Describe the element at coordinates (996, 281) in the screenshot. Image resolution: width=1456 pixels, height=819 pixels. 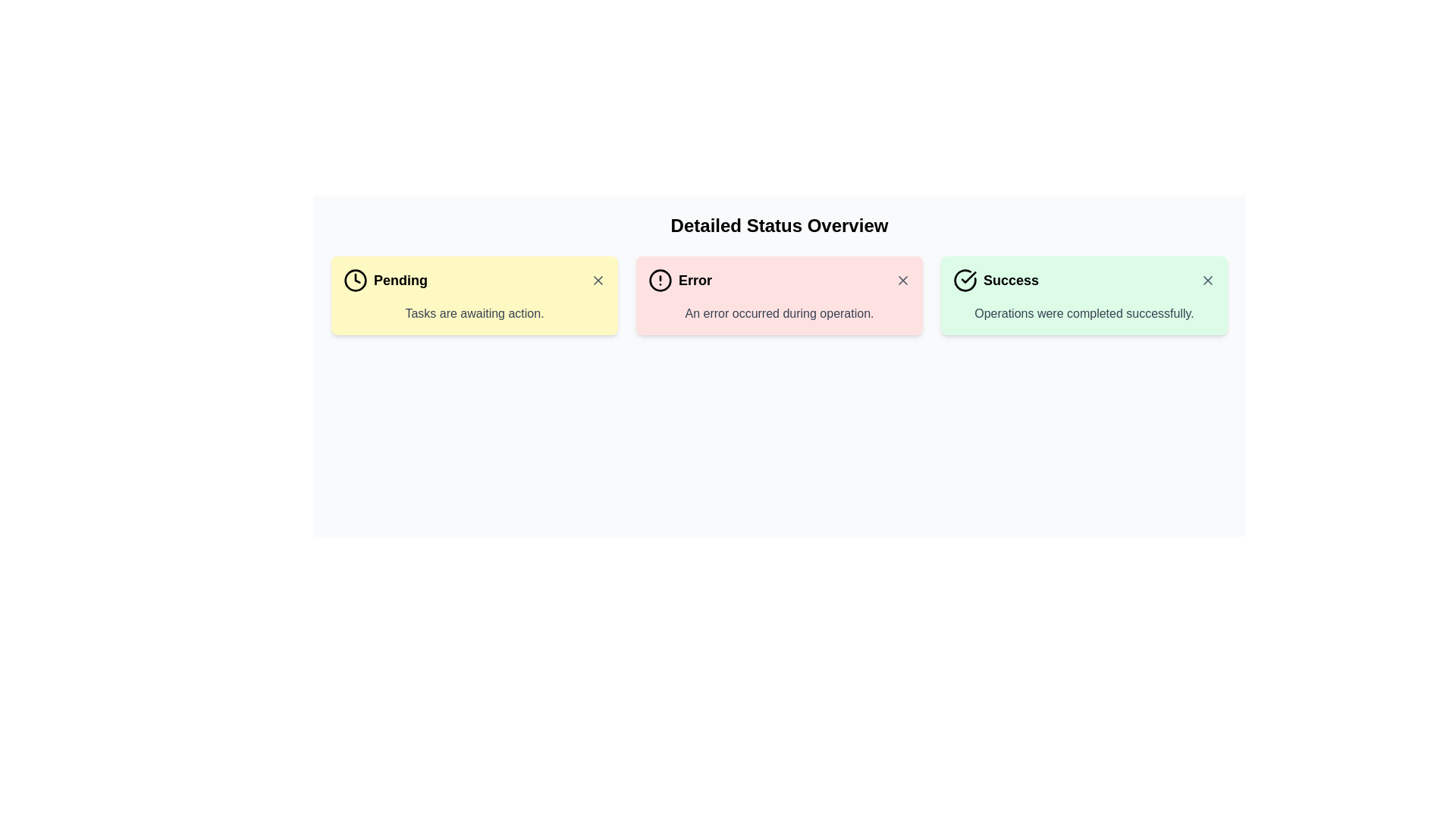
I see `the Status indicator, which shows successful completion with a textual label and icon, located in the third column of a three-column layout` at that location.